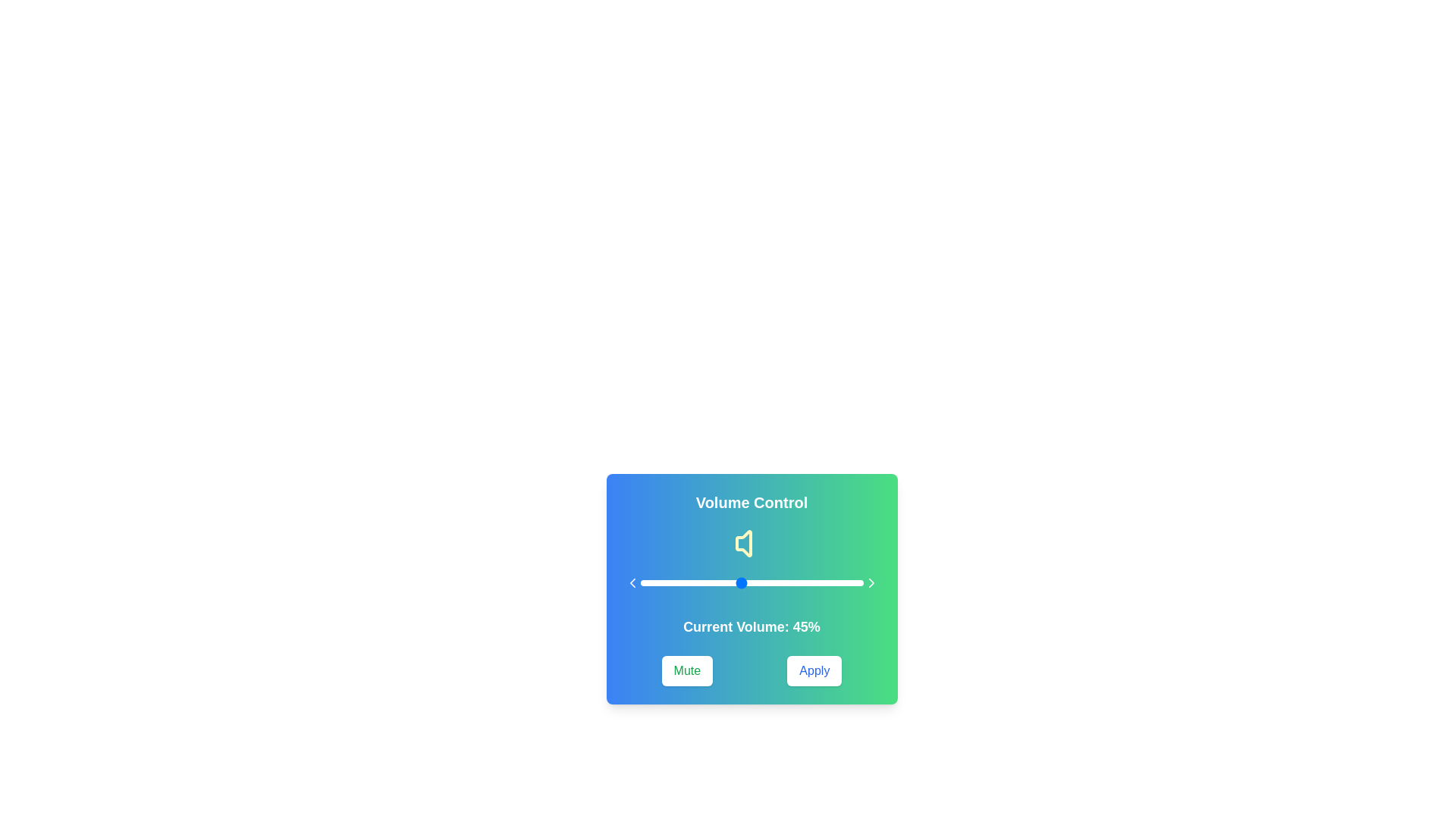 This screenshot has width=1456, height=819. Describe the element at coordinates (686, 670) in the screenshot. I see `the 'Mute' button to mute the volume` at that location.